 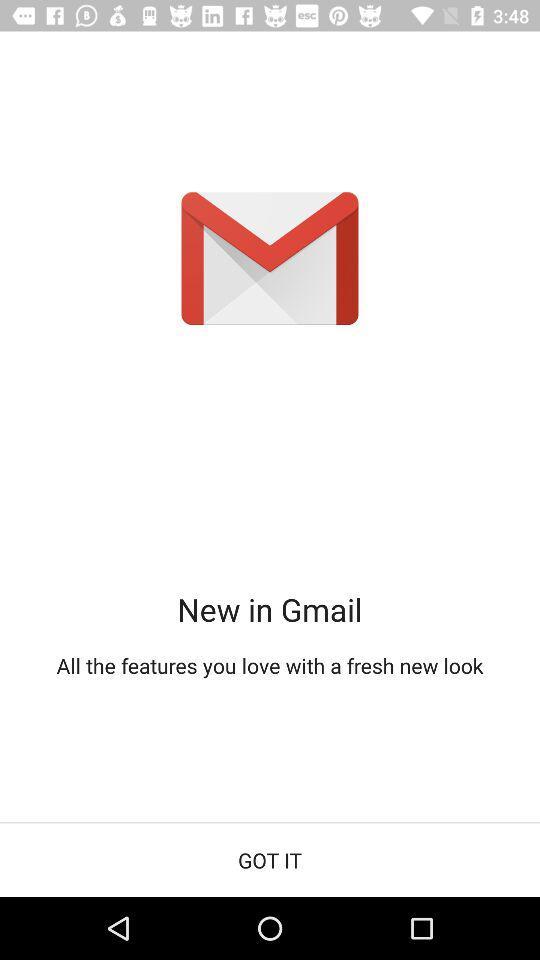 What do you see at coordinates (270, 859) in the screenshot?
I see `got it` at bounding box center [270, 859].